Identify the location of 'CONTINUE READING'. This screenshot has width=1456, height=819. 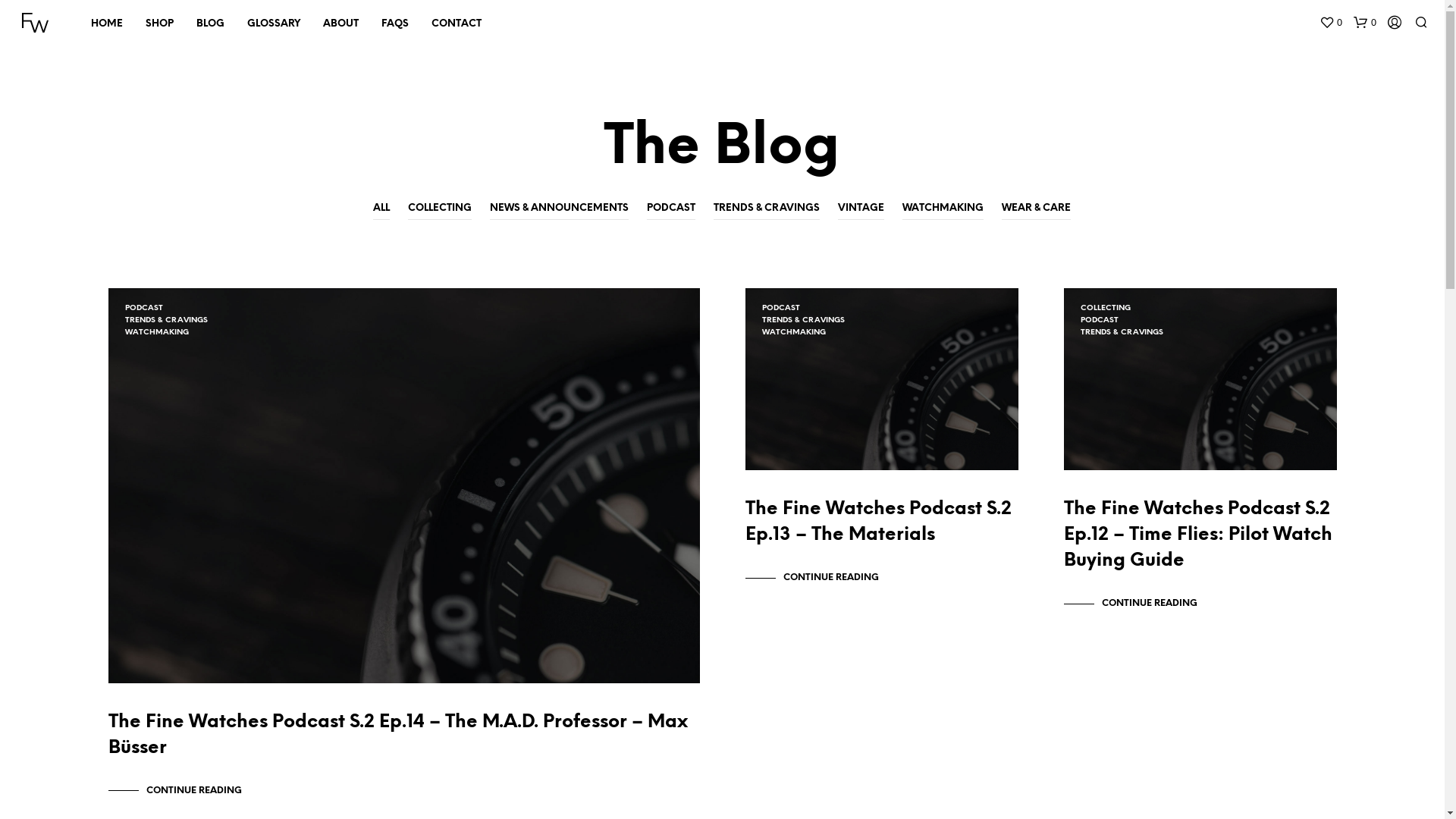
(174, 789).